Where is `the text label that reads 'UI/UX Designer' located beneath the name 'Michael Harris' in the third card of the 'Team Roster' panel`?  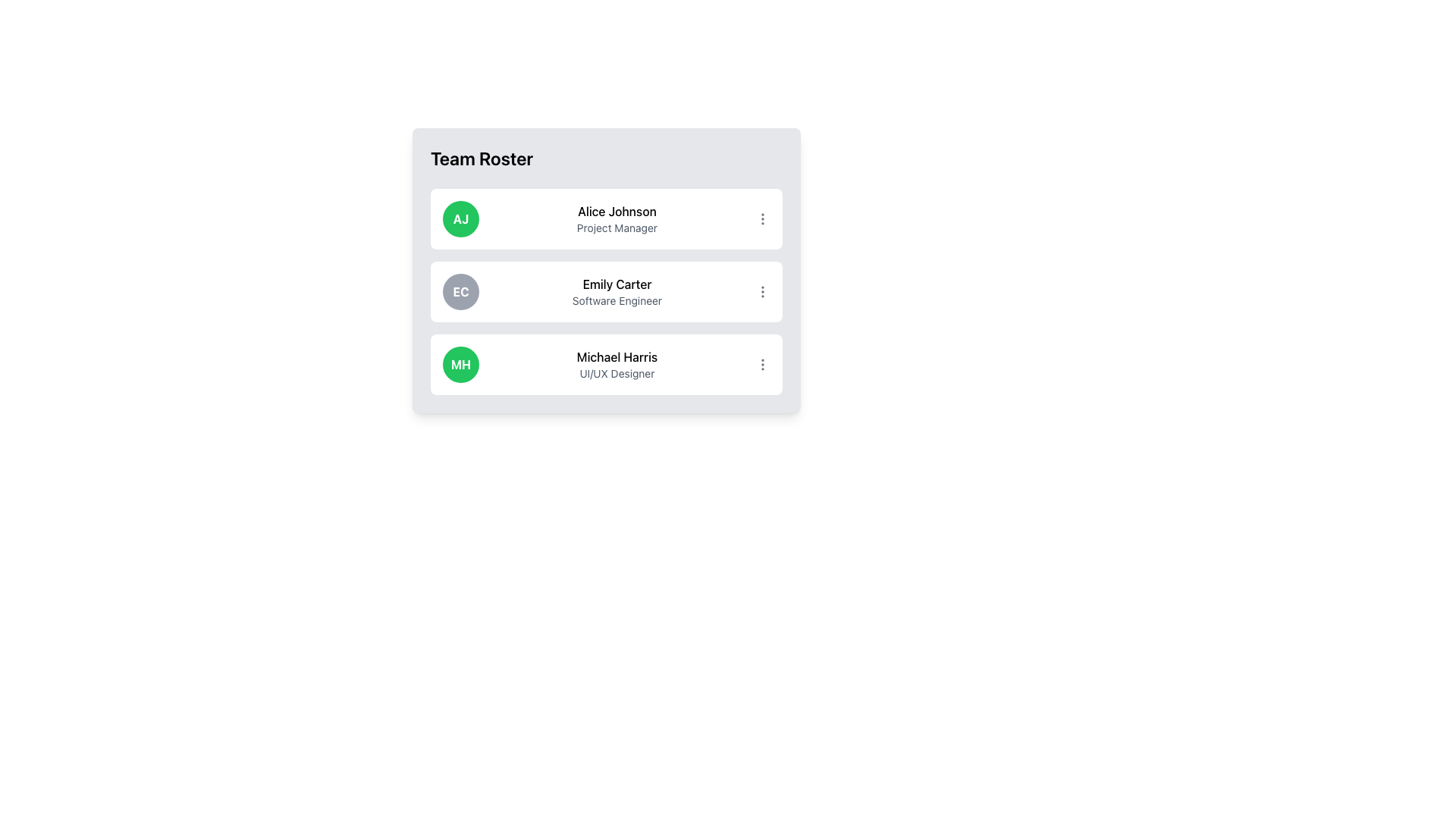 the text label that reads 'UI/UX Designer' located beneath the name 'Michael Harris' in the third card of the 'Team Roster' panel is located at coordinates (617, 374).